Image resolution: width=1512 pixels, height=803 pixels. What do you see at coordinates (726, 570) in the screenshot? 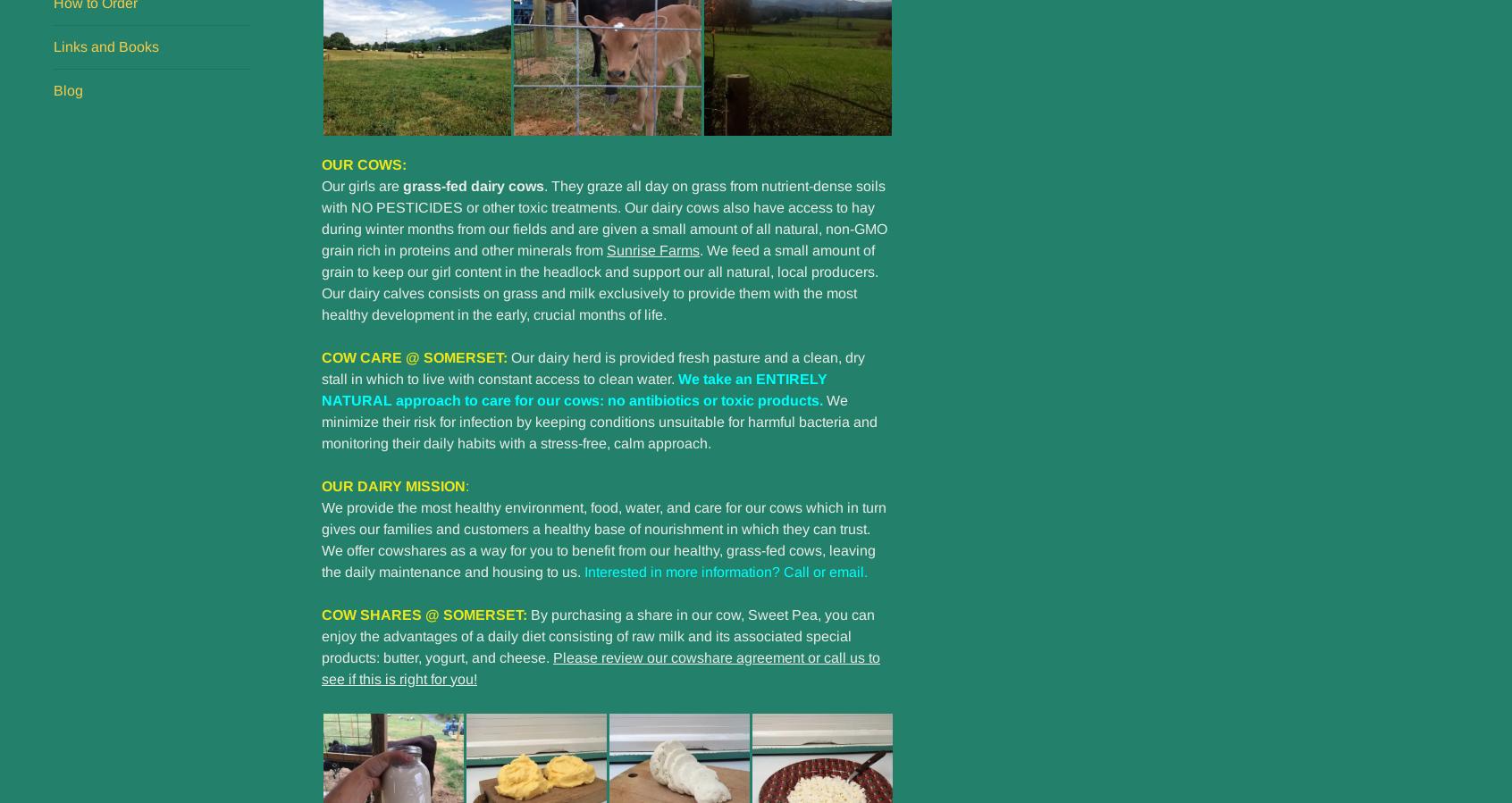
I see `'Interested in more information? Call or email.'` at bounding box center [726, 570].